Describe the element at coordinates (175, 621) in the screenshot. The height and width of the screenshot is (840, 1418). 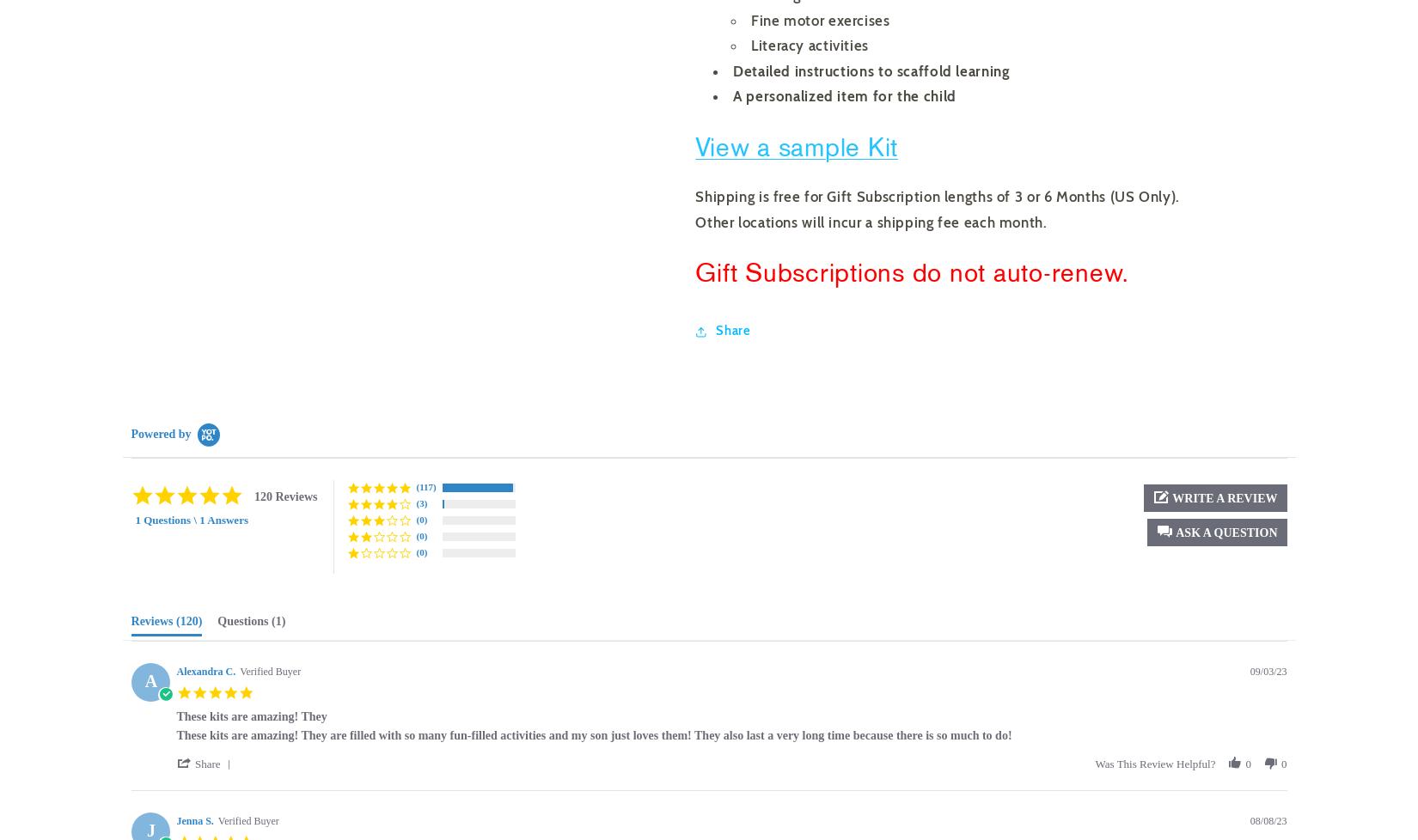
I see `'(120)'` at that location.